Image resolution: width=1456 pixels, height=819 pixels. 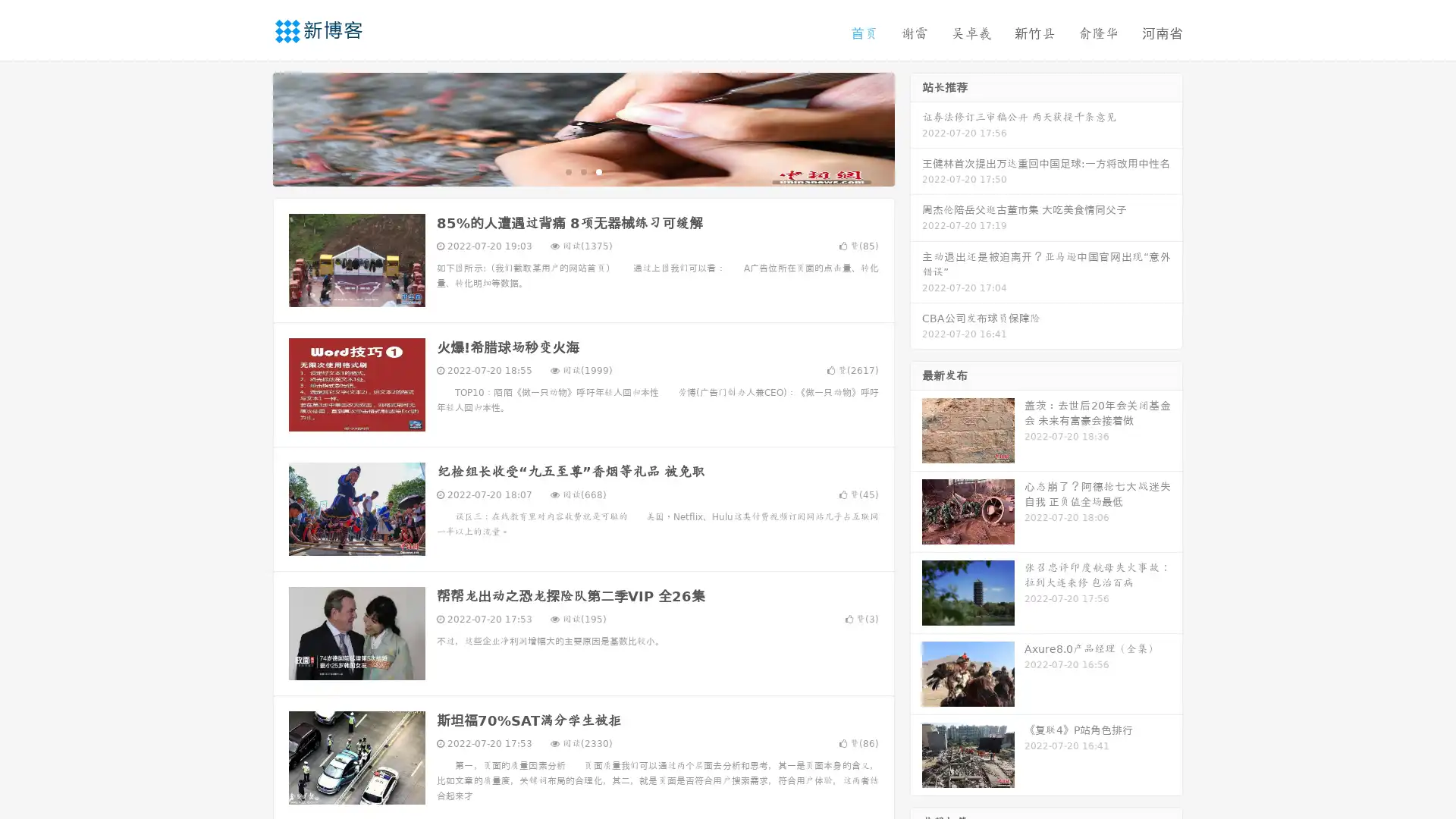 What do you see at coordinates (582, 171) in the screenshot?
I see `Go to slide 2` at bounding box center [582, 171].